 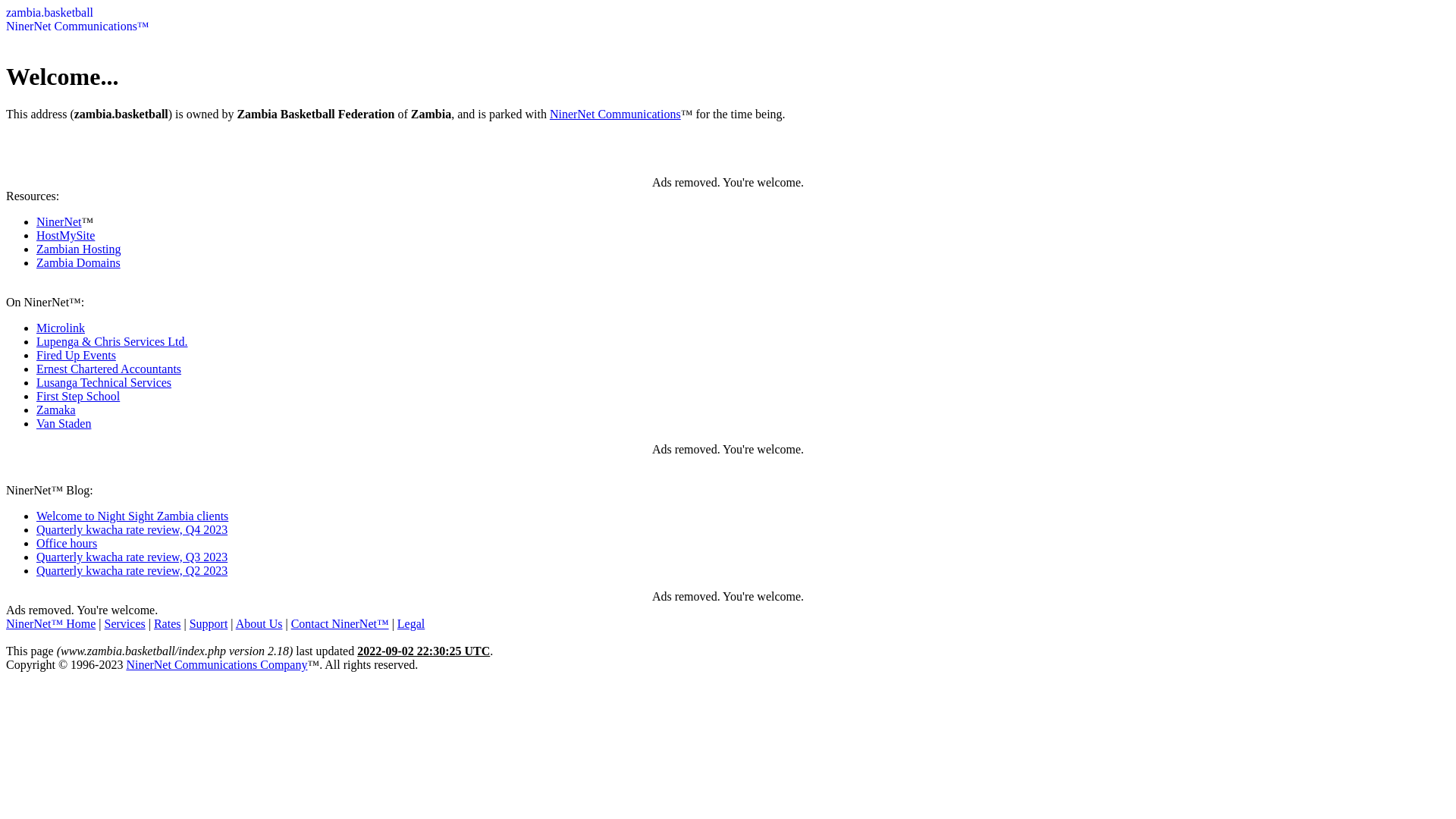 I want to click on 'Services', so click(x=124, y=623).